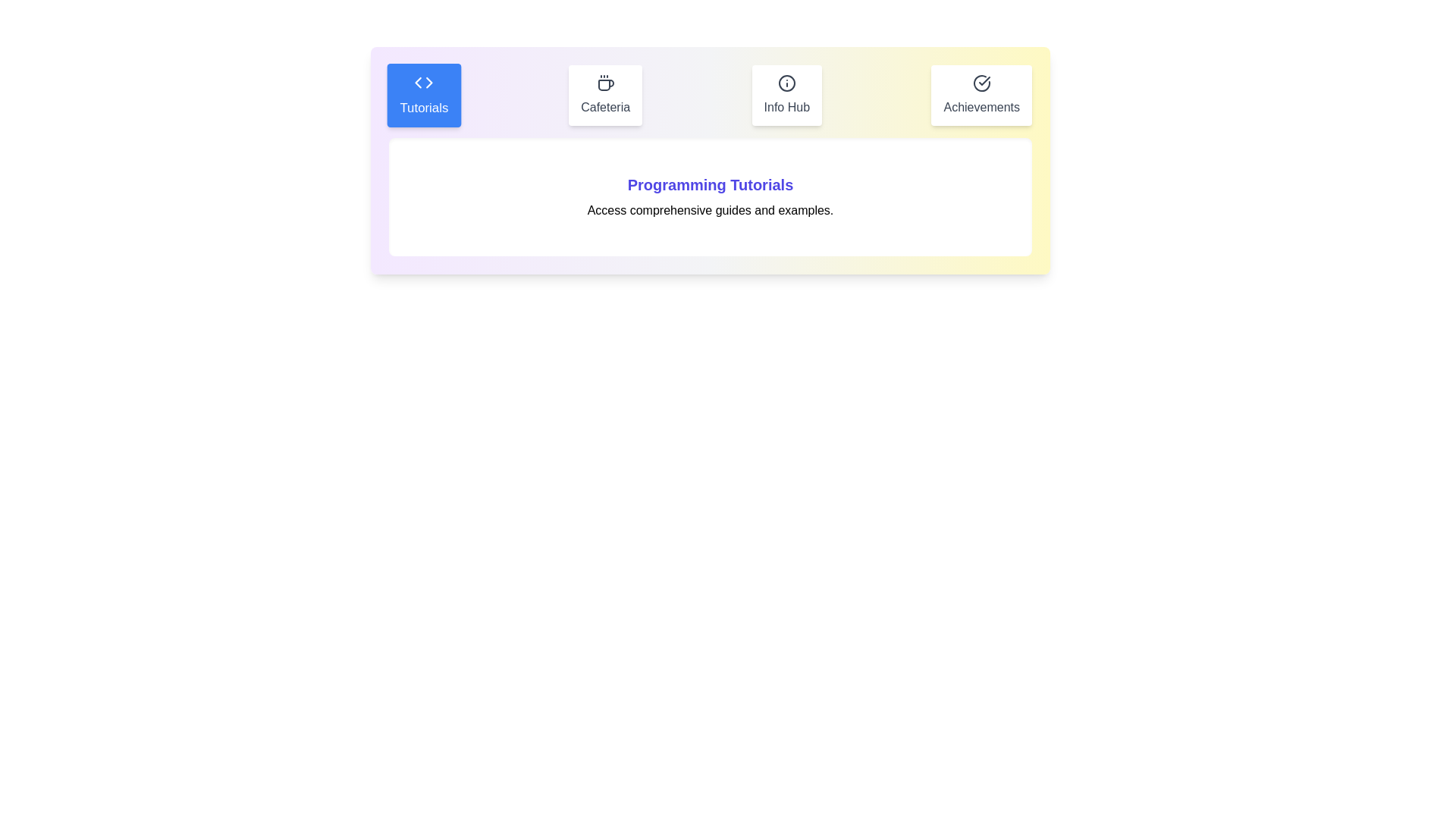 This screenshot has width=1456, height=819. Describe the element at coordinates (981, 96) in the screenshot. I see `the Achievements tab to switch to its content` at that location.